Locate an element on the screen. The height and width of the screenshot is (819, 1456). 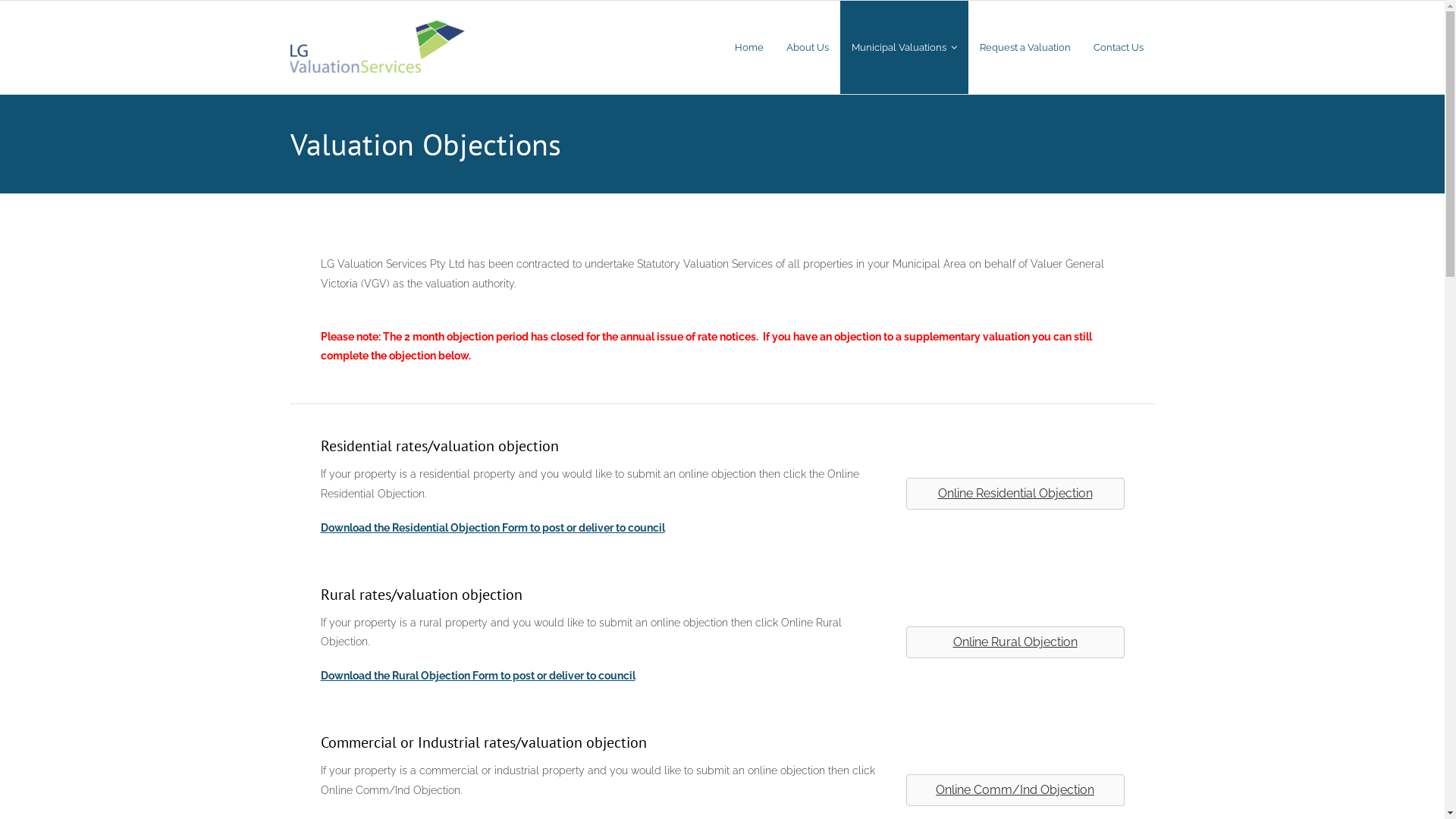
'About Us' is located at coordinates (807, 46).